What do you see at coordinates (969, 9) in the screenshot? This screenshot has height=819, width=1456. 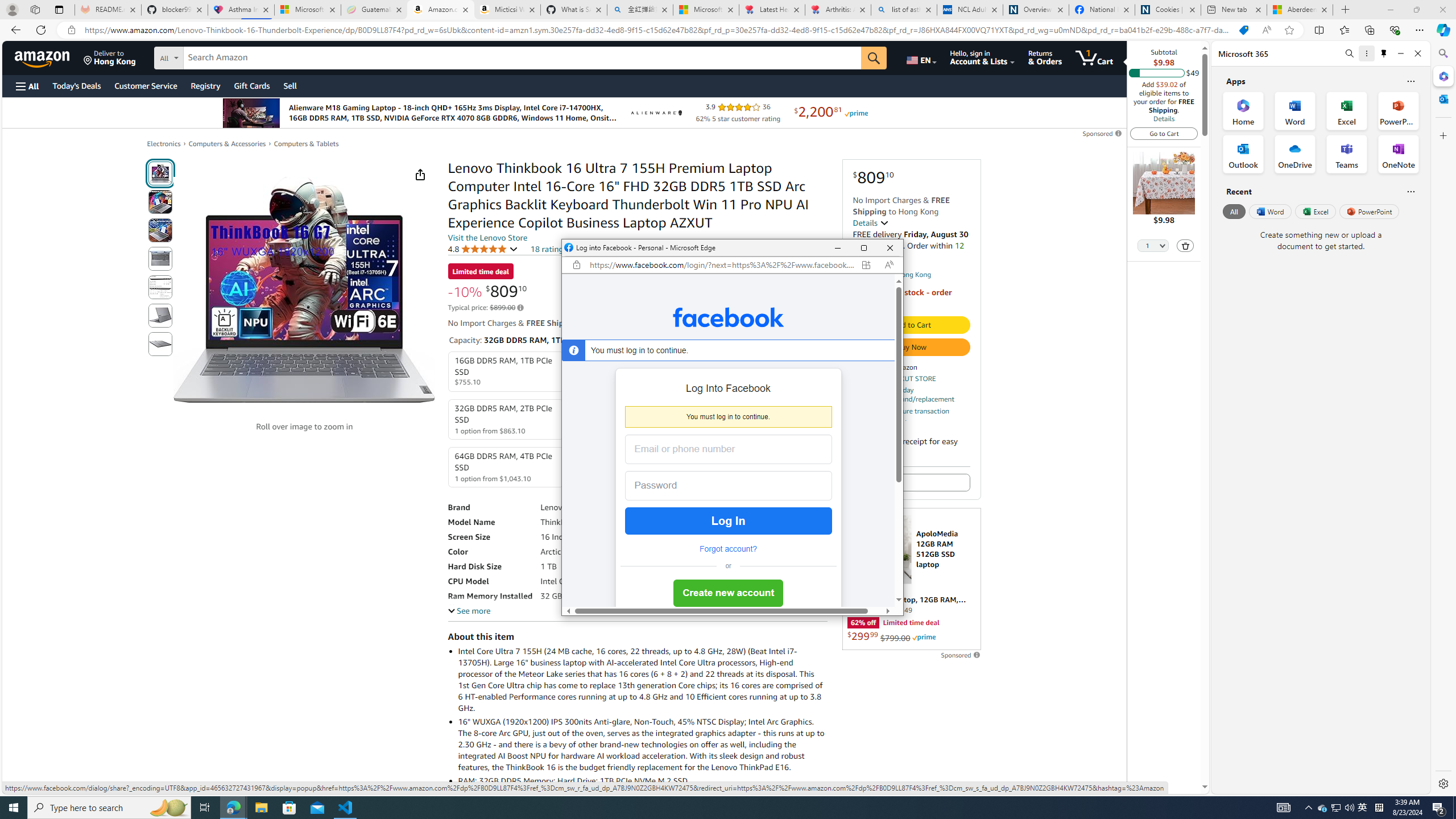 I see `'NCL Adult Asthma Inhaler Choice Guideline'` at bounding box center [969, 9].